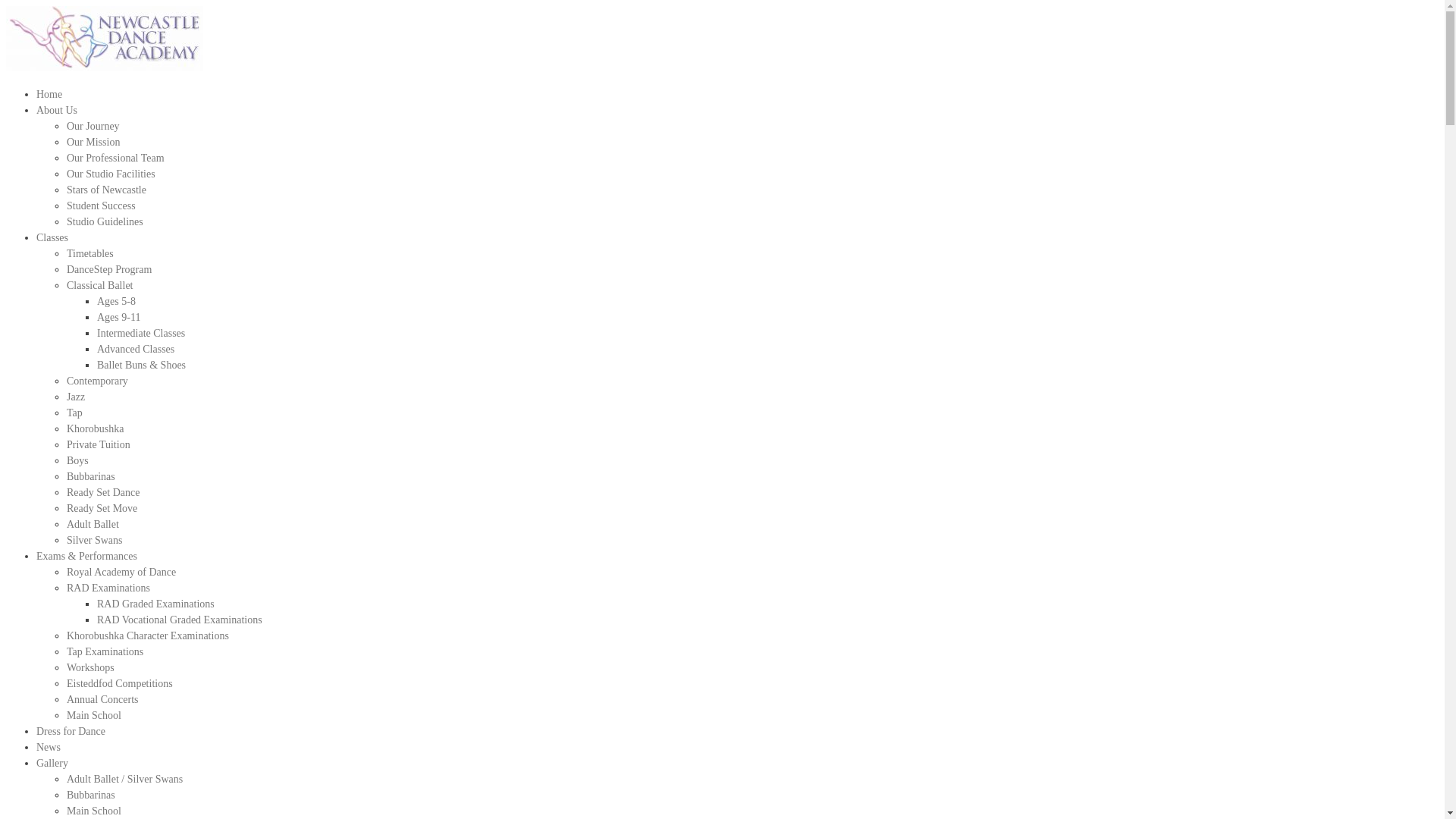 Image resolution: width=1456 pixels, height=819 pixels. What do you see at coordinates (89, 253) in the screenshot?
I see `'Timetables'` at bounding box center [89, 253].